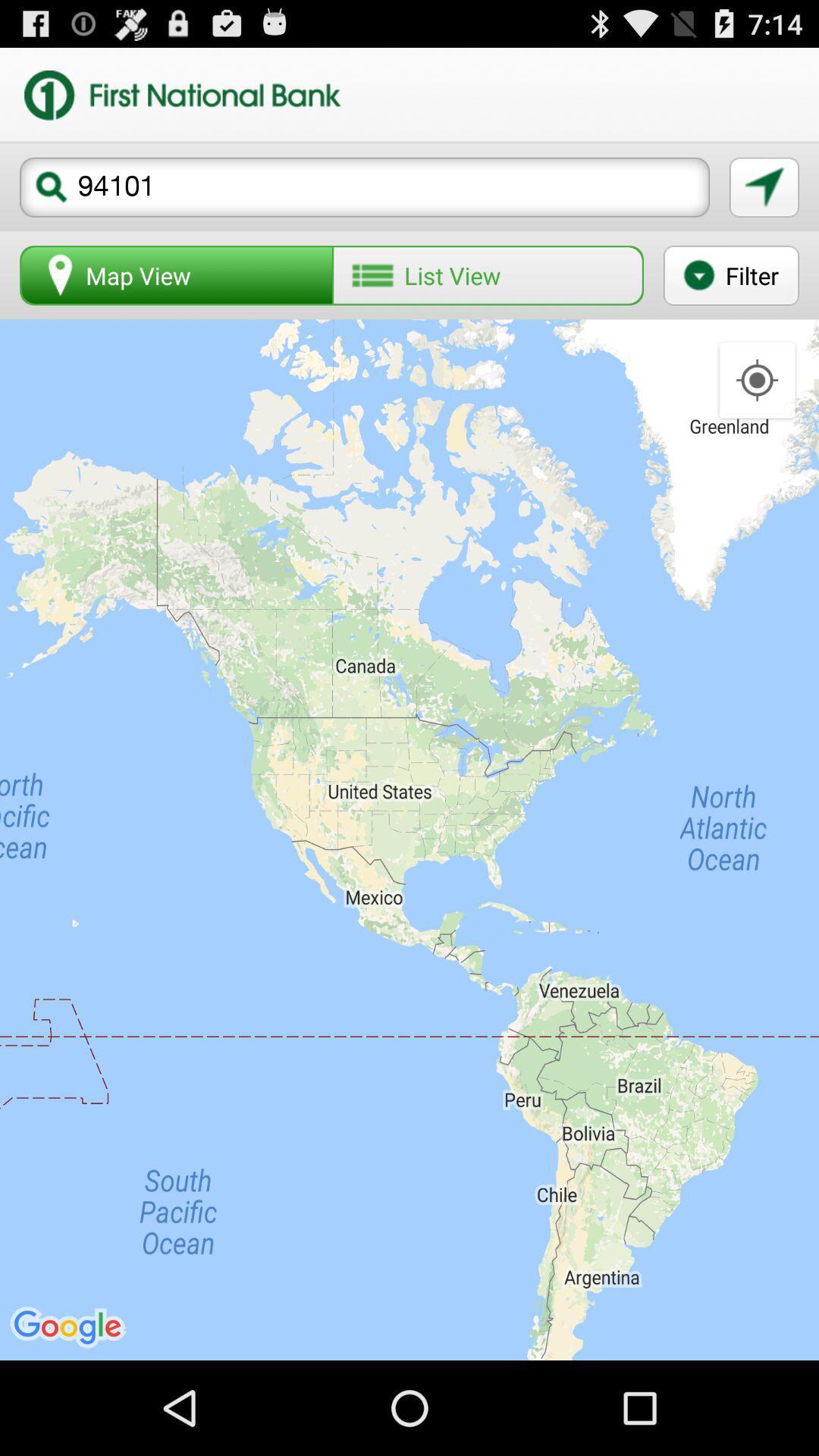 This screenshot has width=819, height=1456. What do you see at coordinates (488, 275) in the screenshot?
I see `list view icon` at bounding box center [488, 275].